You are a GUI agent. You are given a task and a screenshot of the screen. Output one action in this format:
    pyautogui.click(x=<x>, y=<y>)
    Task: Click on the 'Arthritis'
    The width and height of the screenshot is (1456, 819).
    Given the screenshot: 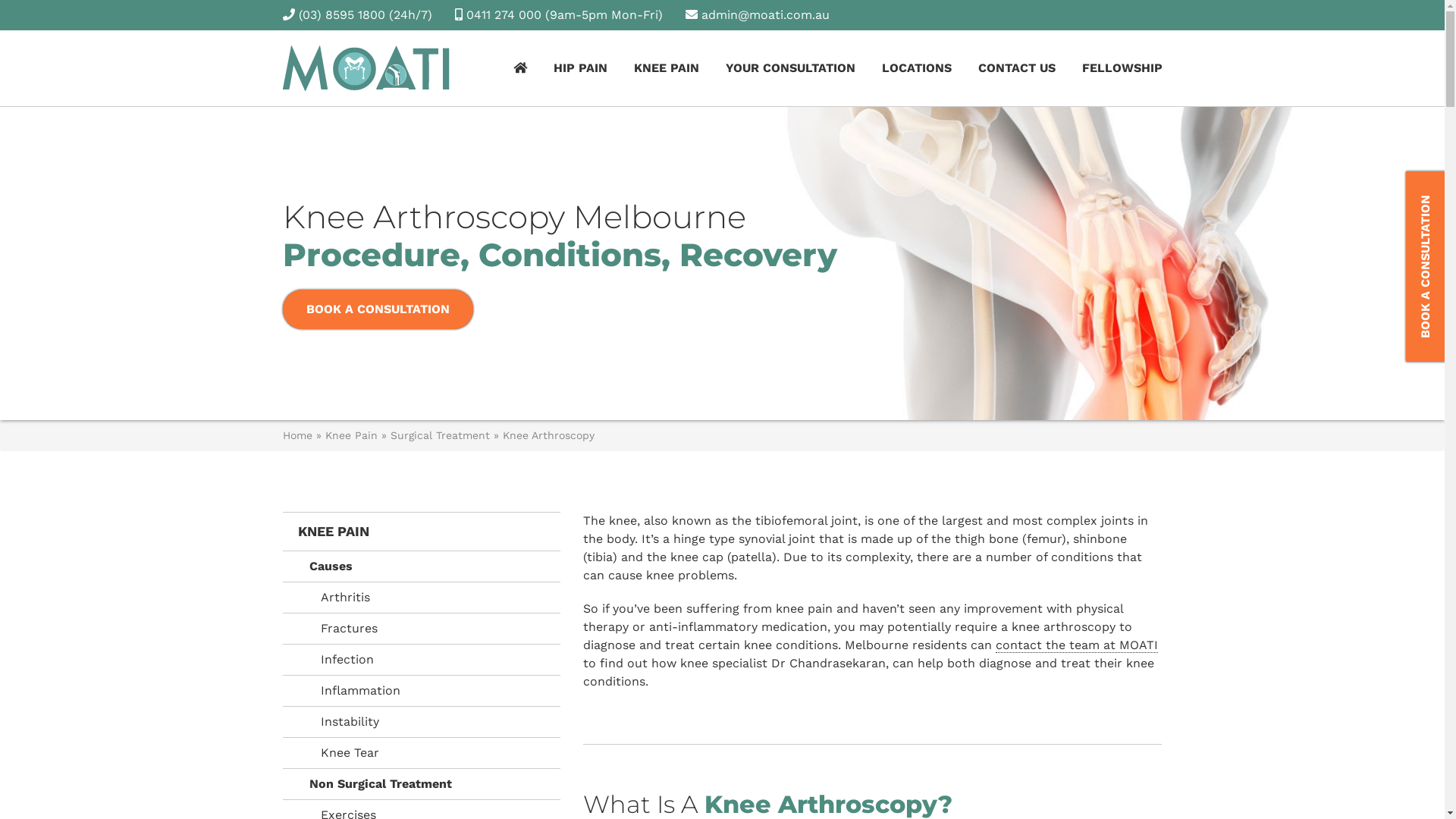 What is the action you would take?
    pyautogui.click(x=421, y=597)
    